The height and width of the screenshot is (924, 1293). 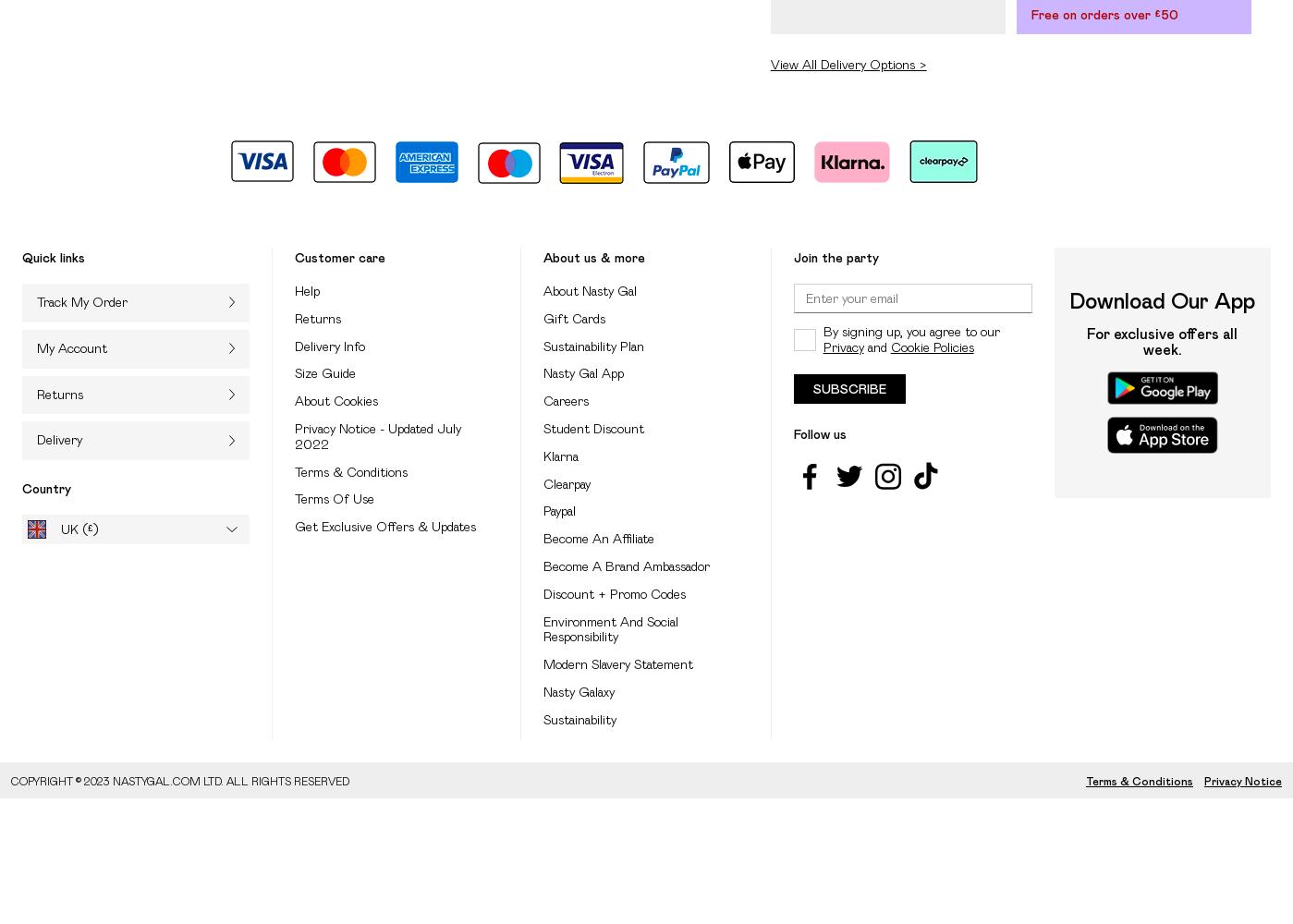 What do you see at coordinates (561, 455) in the screenshot?
I see `'Klarna'` at bounding box center [561, 455].